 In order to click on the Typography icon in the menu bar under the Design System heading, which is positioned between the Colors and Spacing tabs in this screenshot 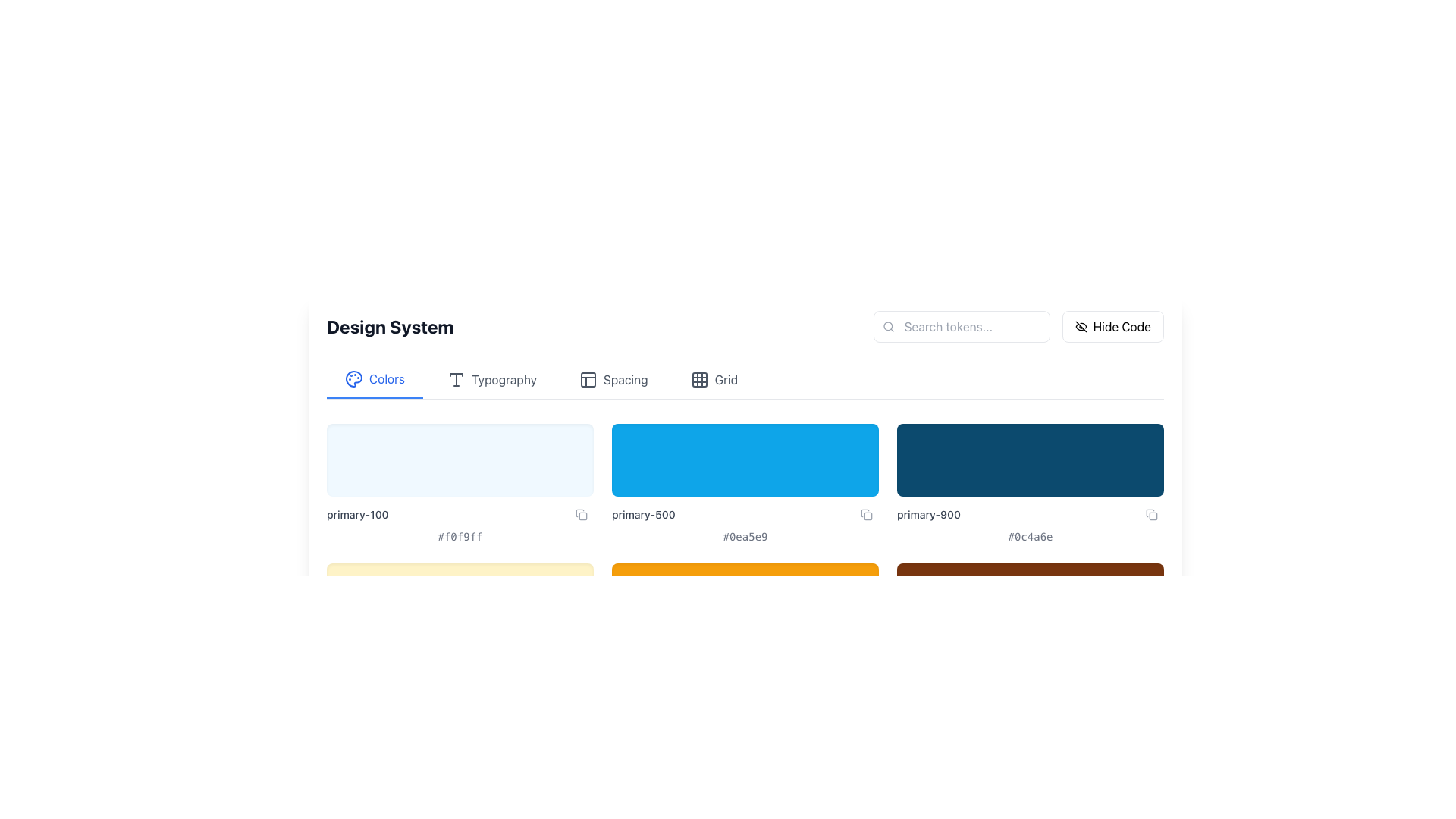, I will do `click(455, 379)`.